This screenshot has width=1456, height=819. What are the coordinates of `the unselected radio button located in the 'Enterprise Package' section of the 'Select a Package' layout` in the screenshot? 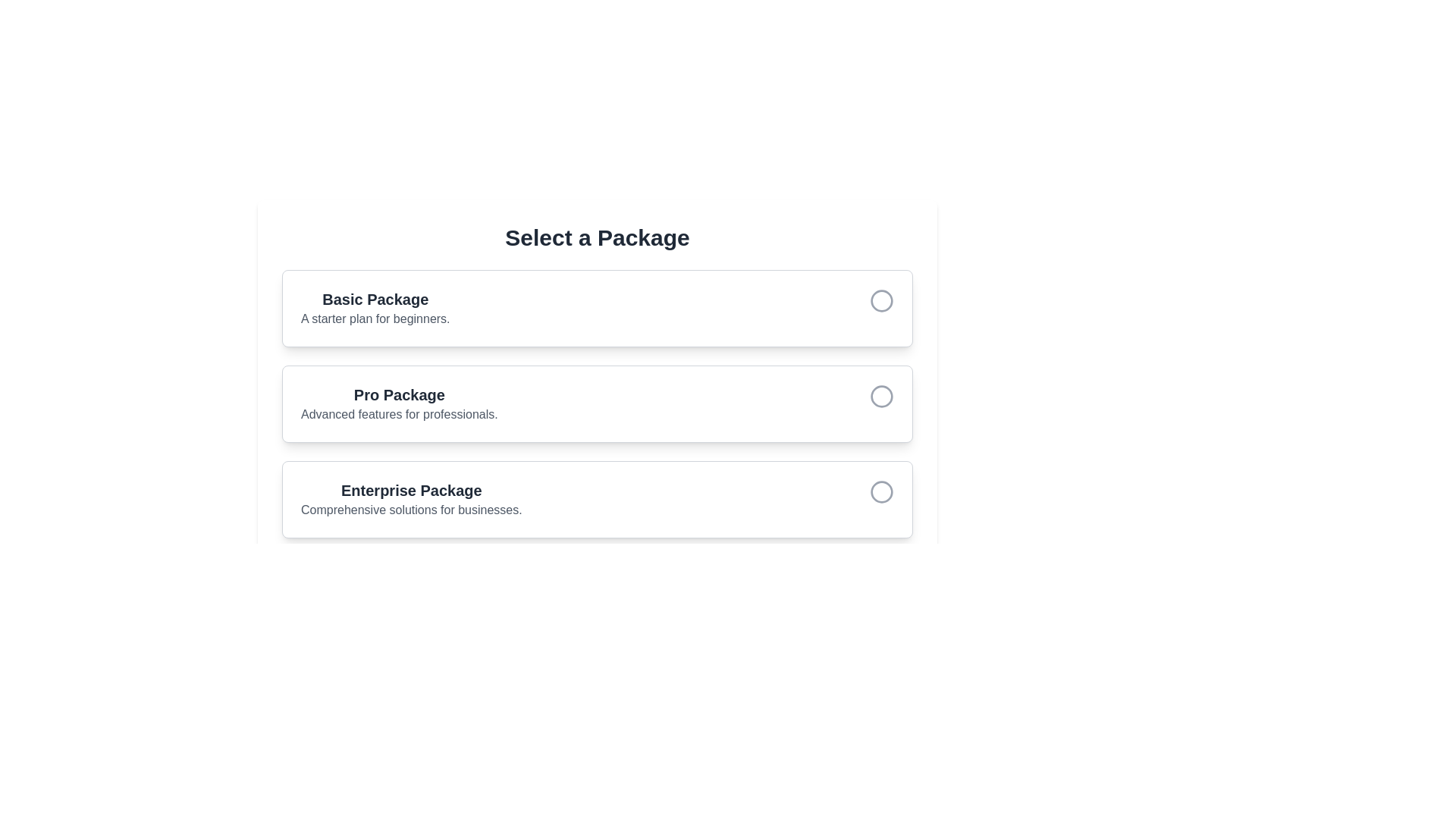 It's located at (881, 491).